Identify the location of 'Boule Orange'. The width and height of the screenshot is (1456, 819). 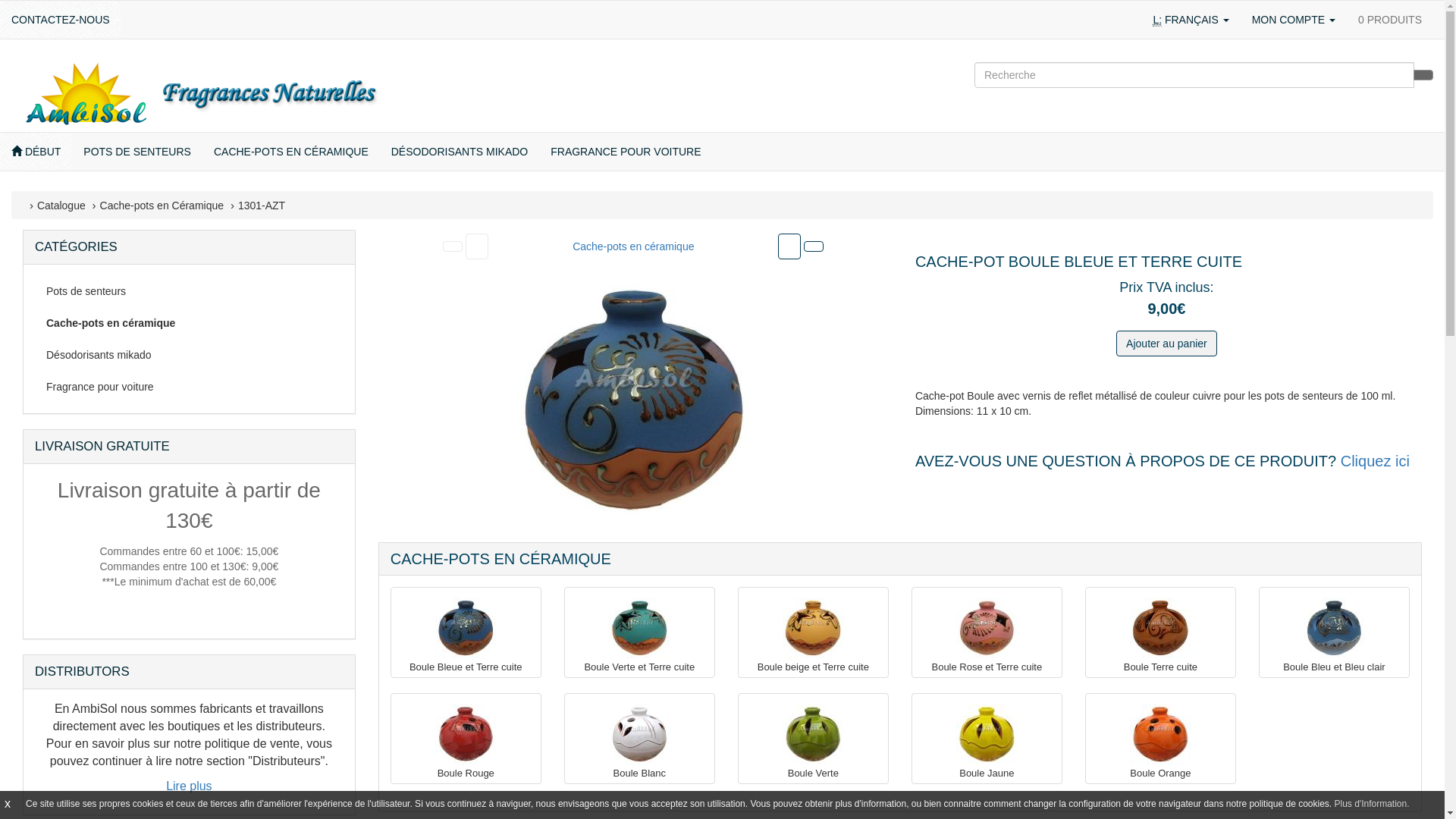
(1159, 733).